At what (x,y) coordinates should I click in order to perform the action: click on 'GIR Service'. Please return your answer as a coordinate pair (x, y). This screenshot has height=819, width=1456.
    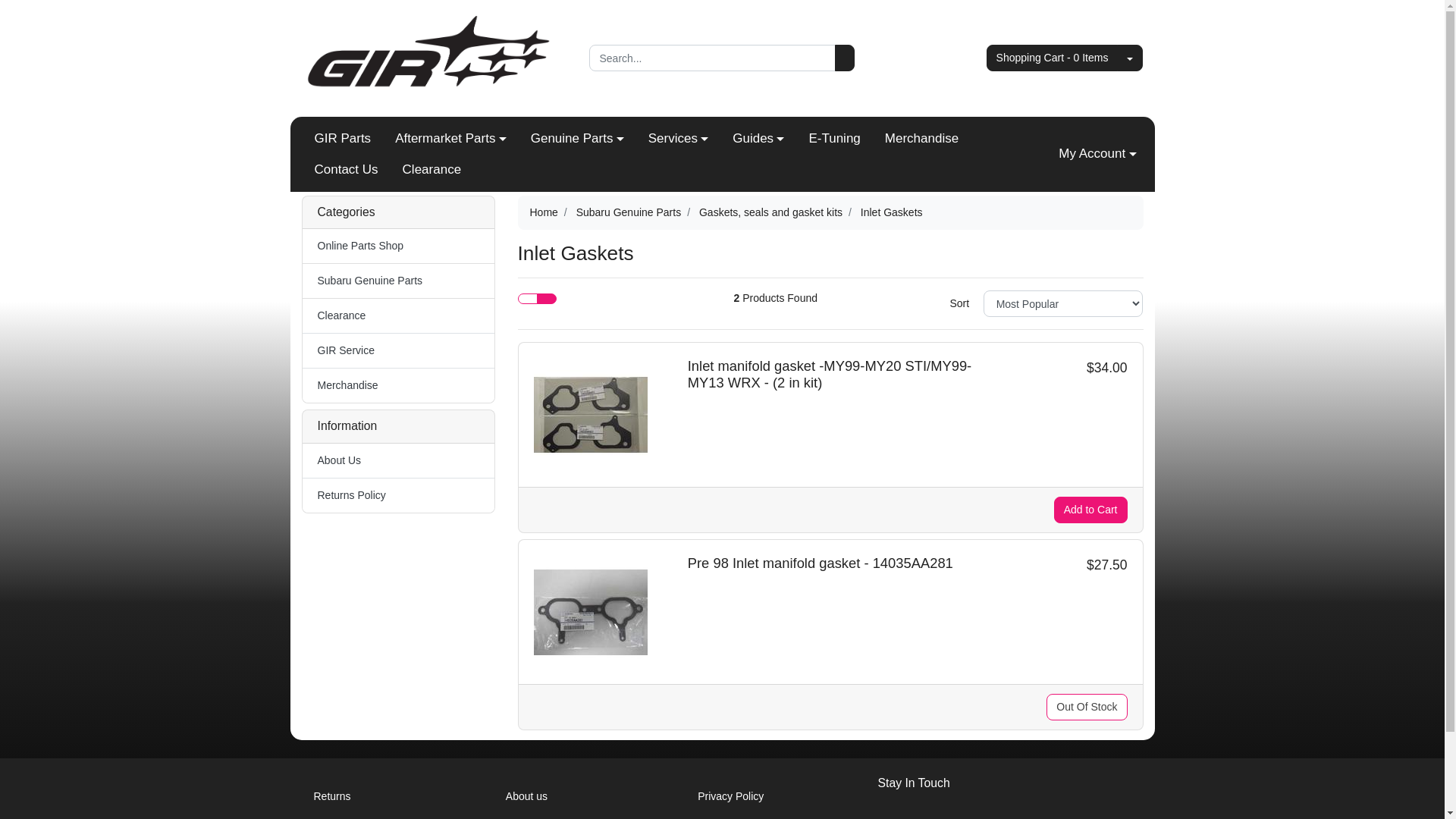
    Looking at the image, I should click on (397, 350).